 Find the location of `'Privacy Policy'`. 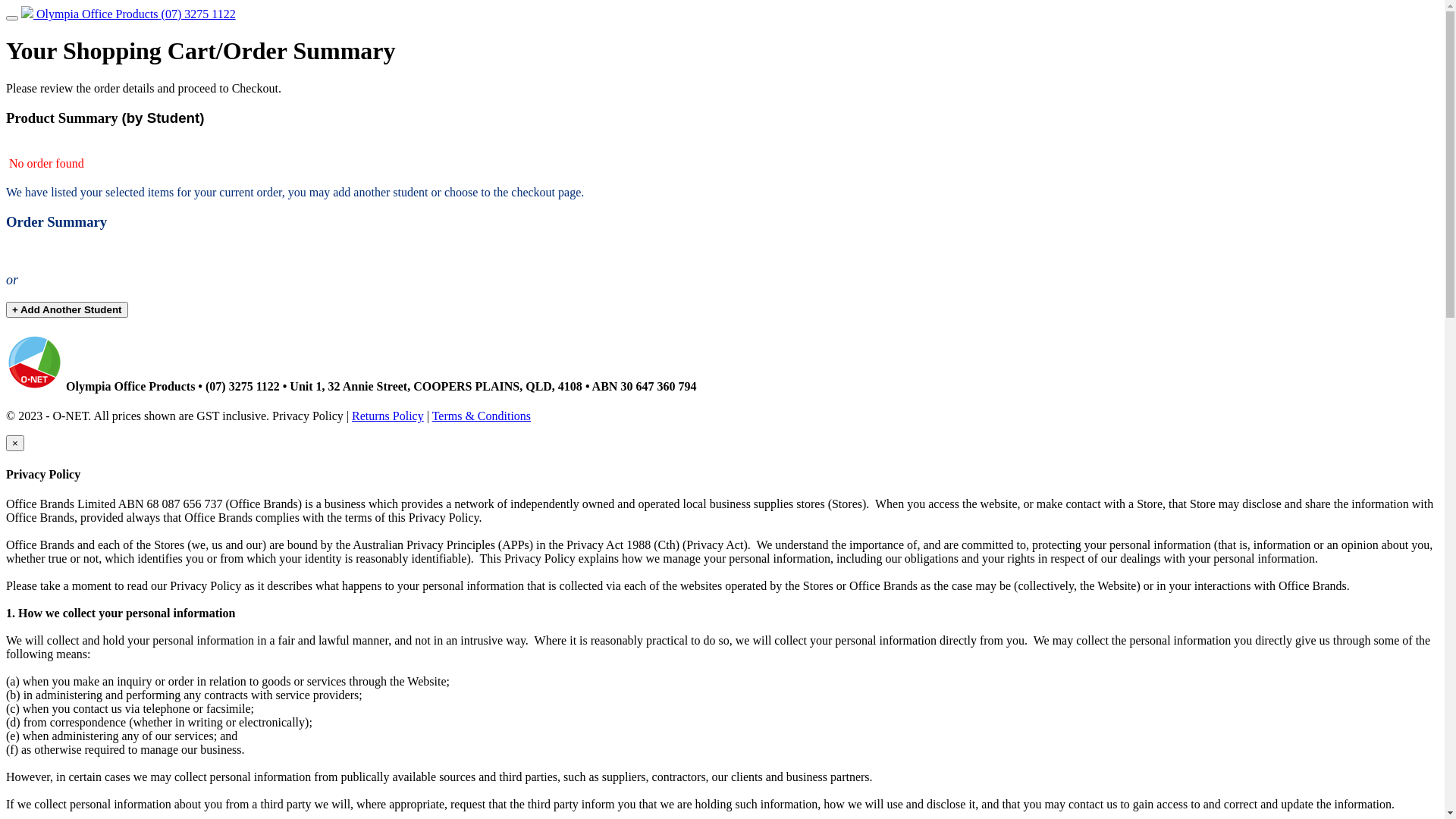

'Privacy Policy' is located at coordinates (307, 416).